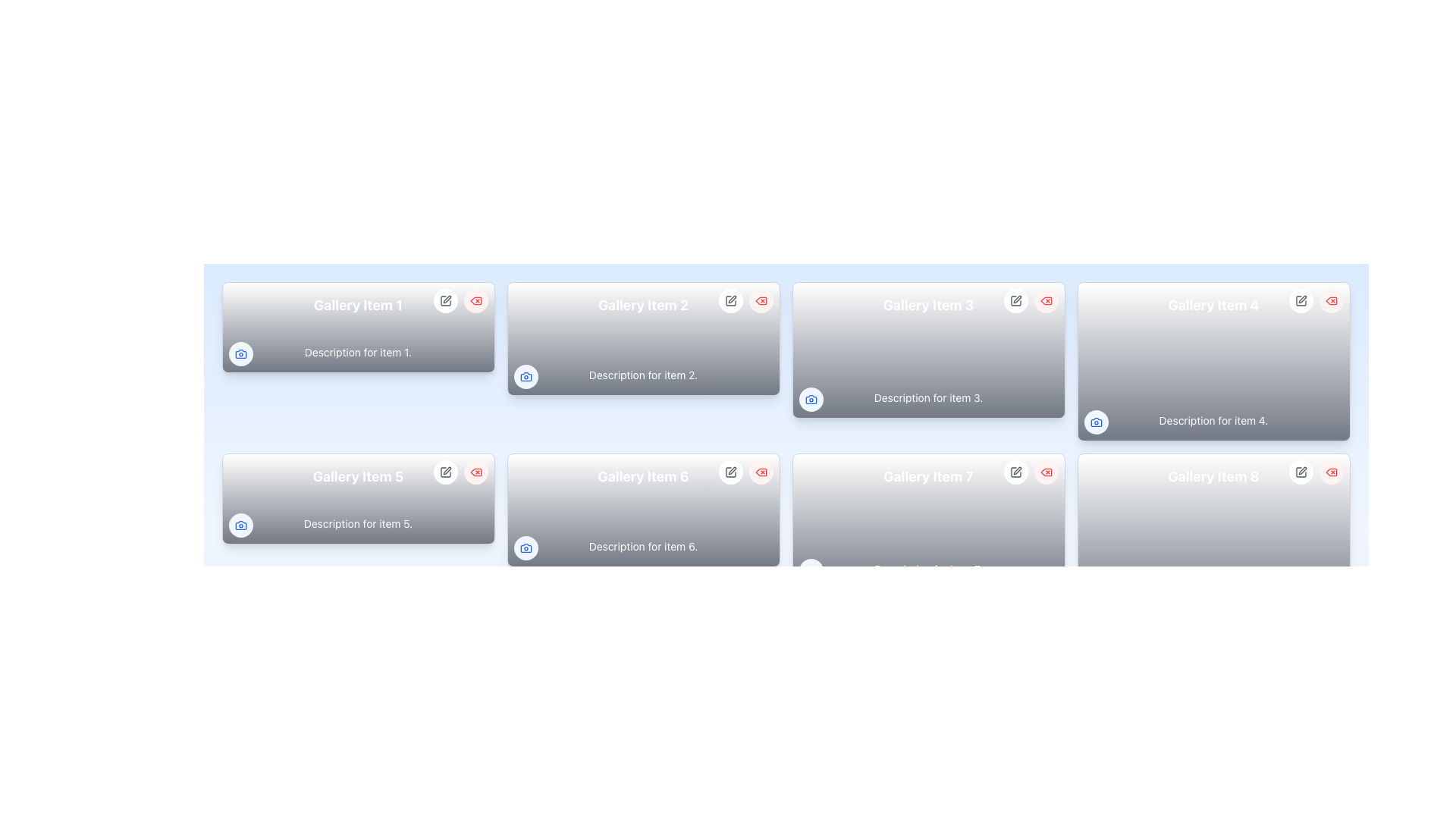  I want to click on the Edit Icon button, which is a small pencil icon inside a rounded button located at the top-right corner of the 'Gallery Item 5' card, to observe the hover effect, so click(444, 472).